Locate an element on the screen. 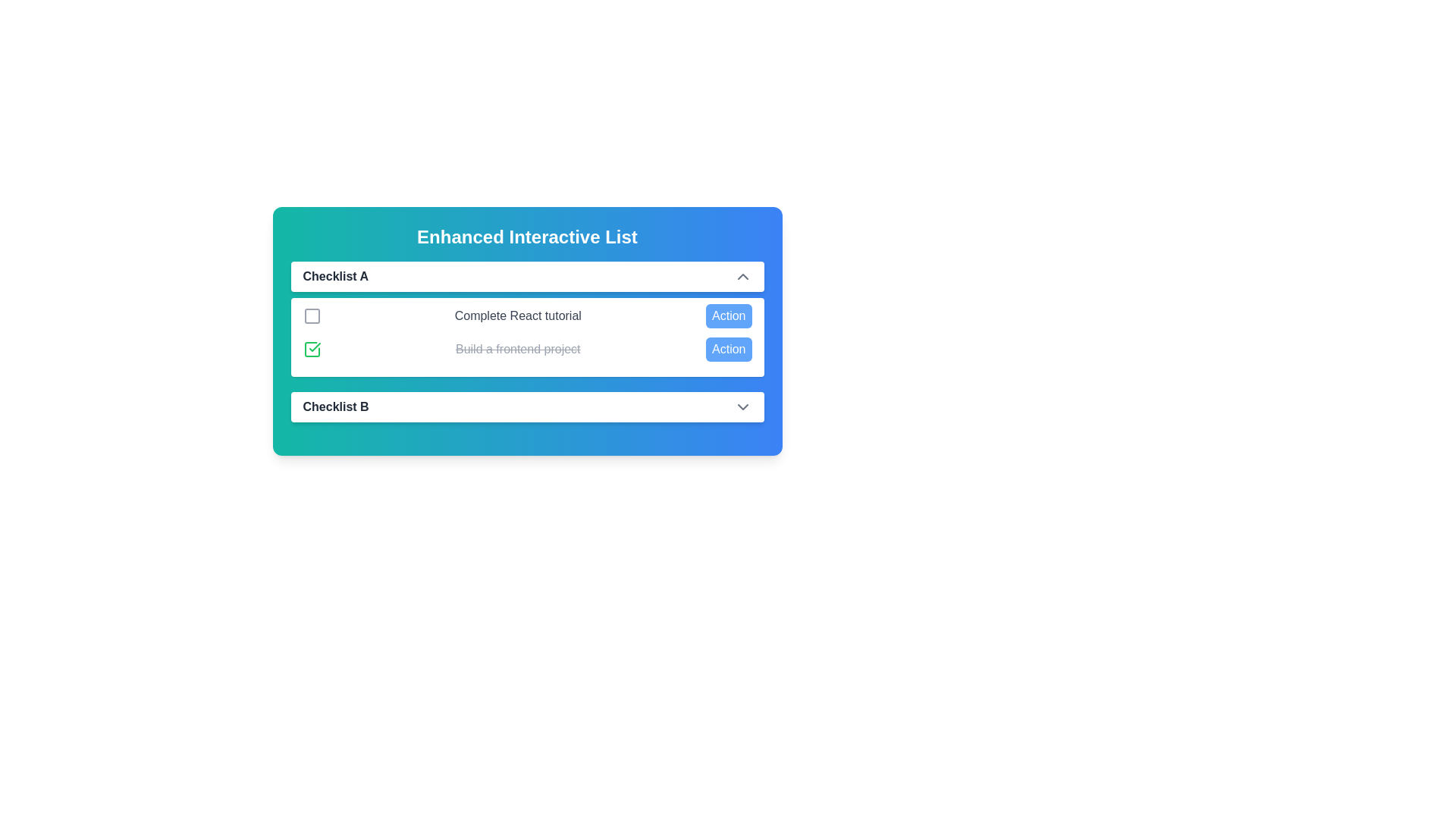 This screenshot has width=1456, height=819. the text label representing a completed task in the checklist interface to associate it with the task status is located at coordinates (527, 350).